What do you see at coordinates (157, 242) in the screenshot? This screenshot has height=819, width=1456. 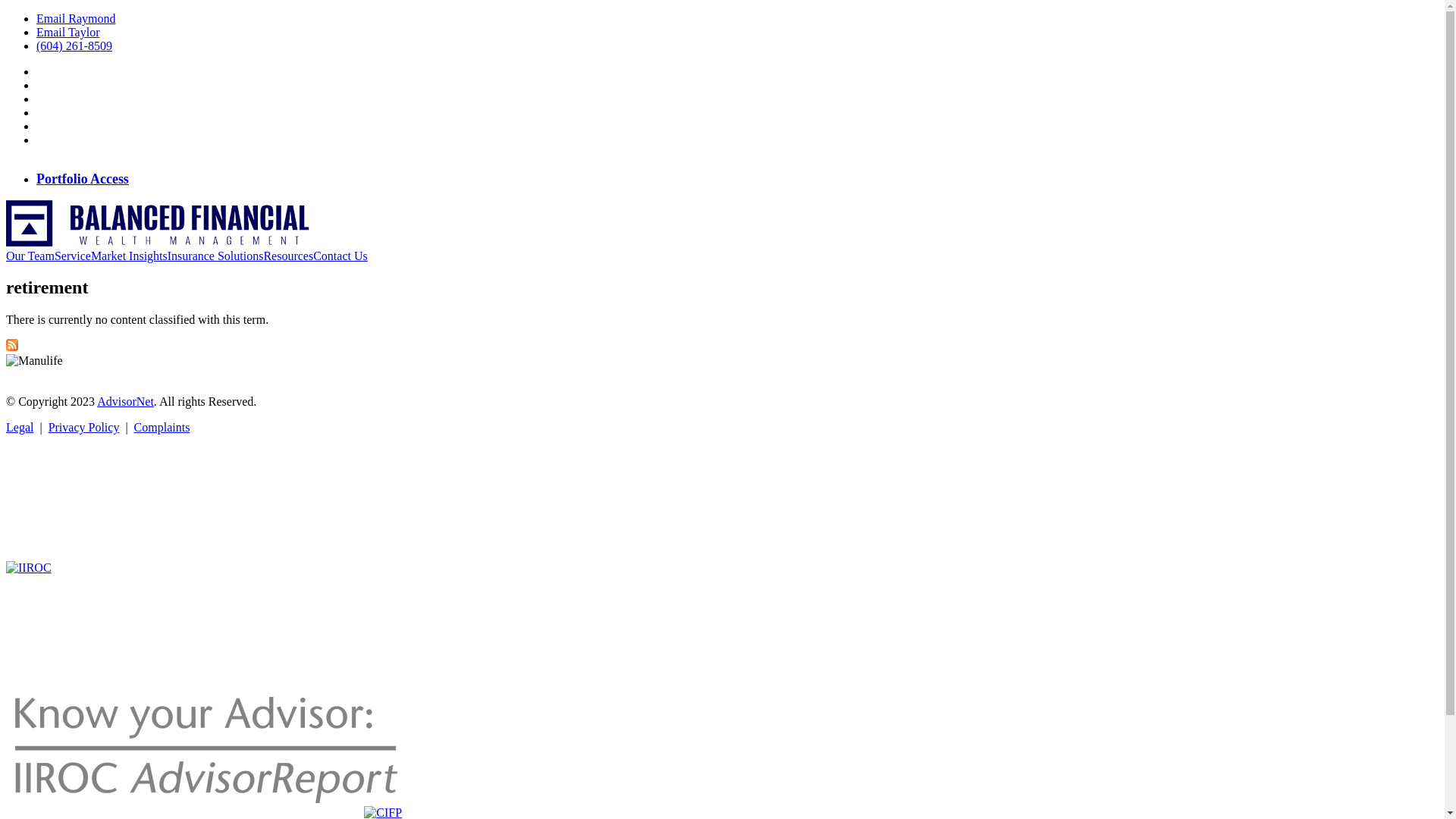 I see `'Home'` at bounding box center [157, 242].